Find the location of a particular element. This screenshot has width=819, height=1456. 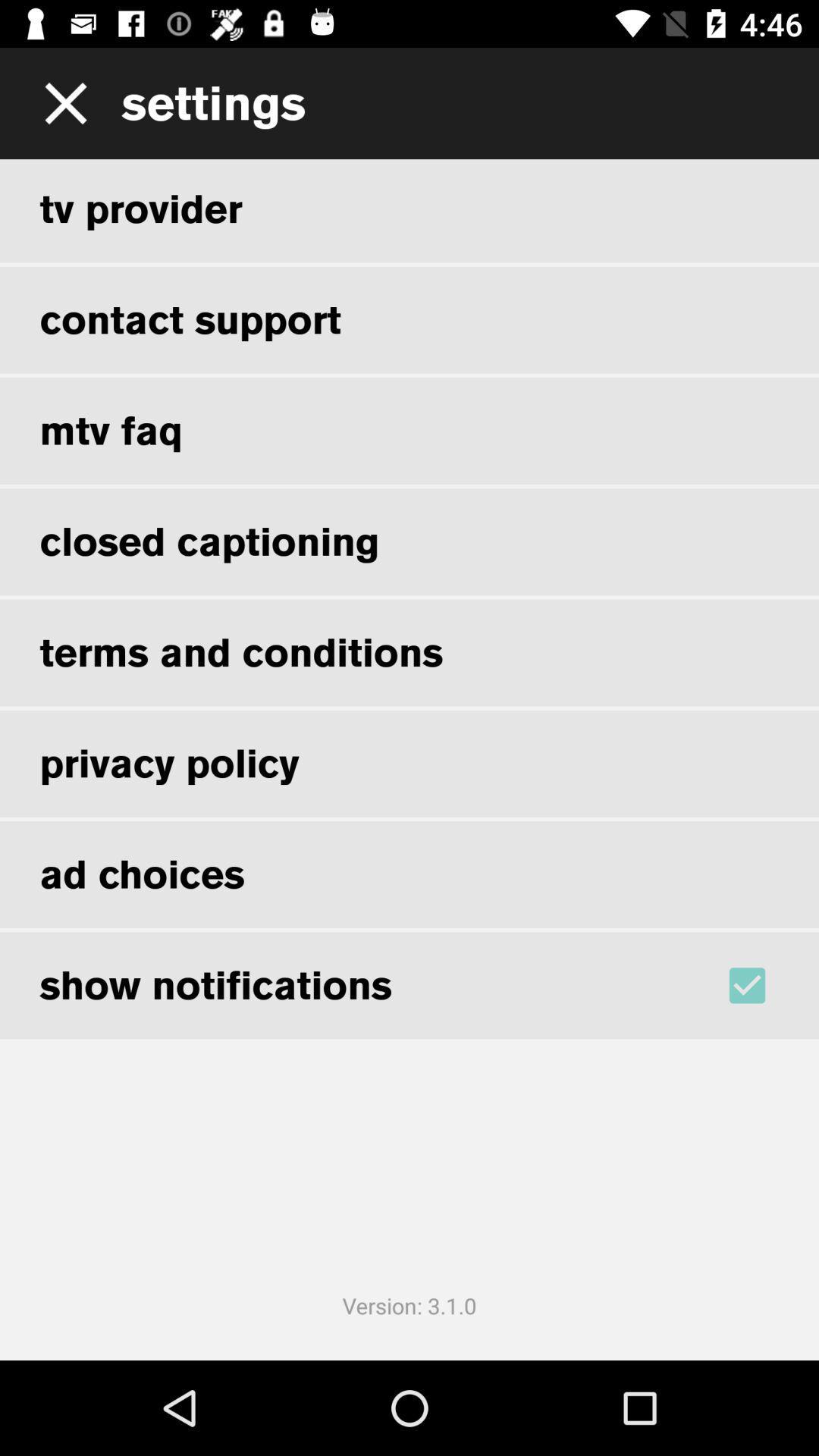

the item below the ad choices is located at coordinates (767, 985).